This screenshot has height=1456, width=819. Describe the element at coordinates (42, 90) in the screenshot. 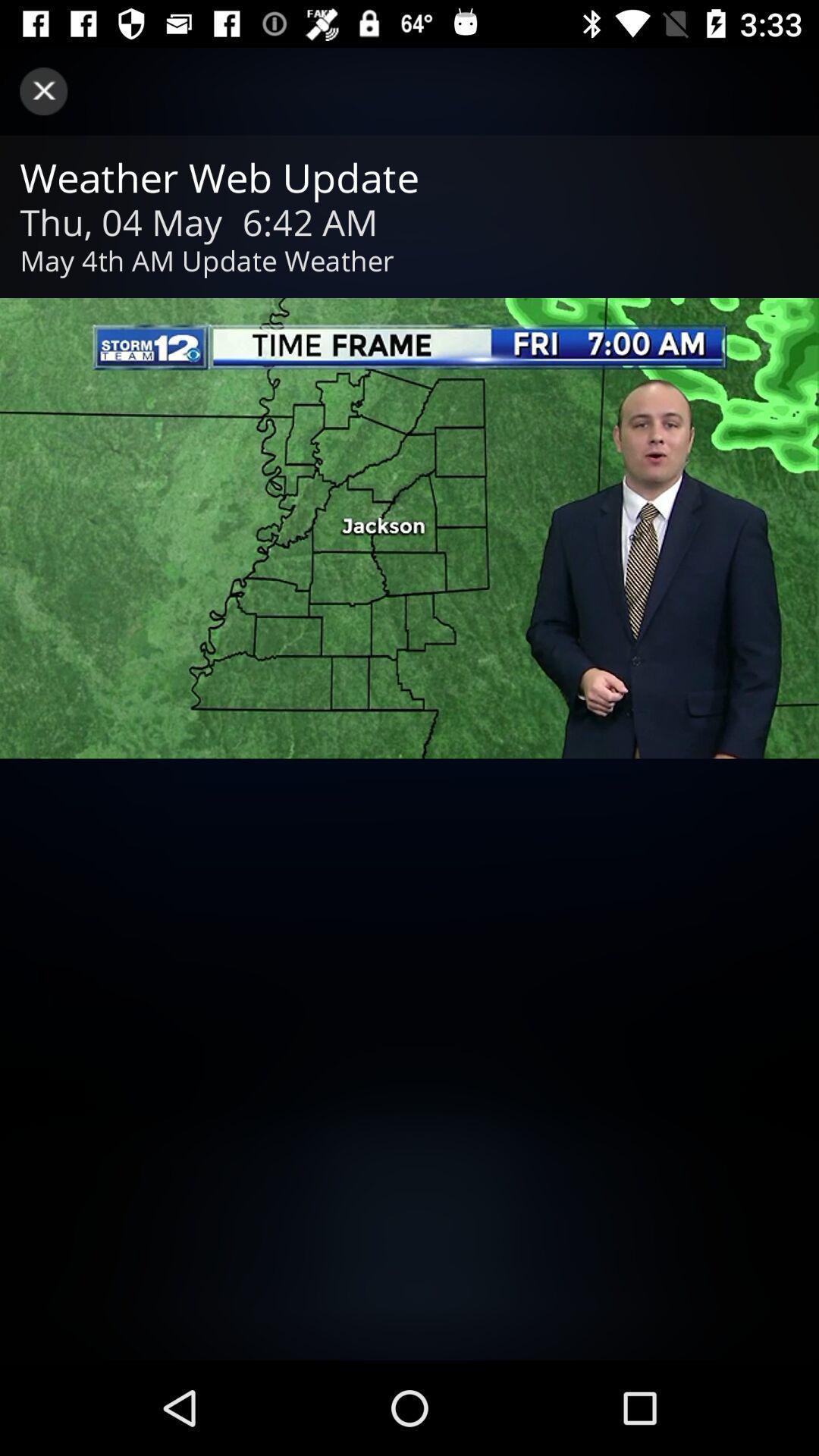

I see `the close icon` at that location.